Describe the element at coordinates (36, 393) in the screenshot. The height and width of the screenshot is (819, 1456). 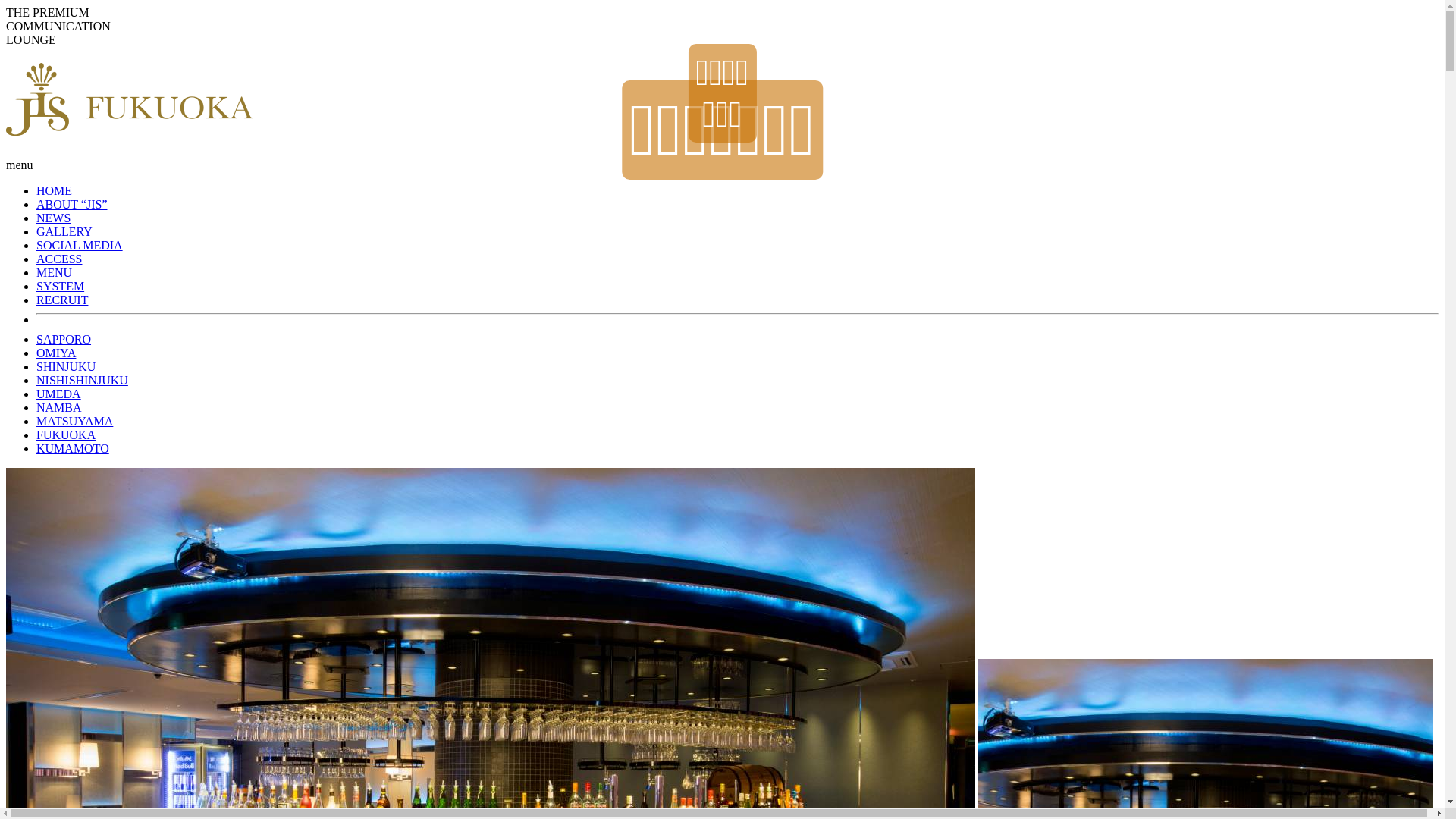
I see `'UMEDA'` at that location.